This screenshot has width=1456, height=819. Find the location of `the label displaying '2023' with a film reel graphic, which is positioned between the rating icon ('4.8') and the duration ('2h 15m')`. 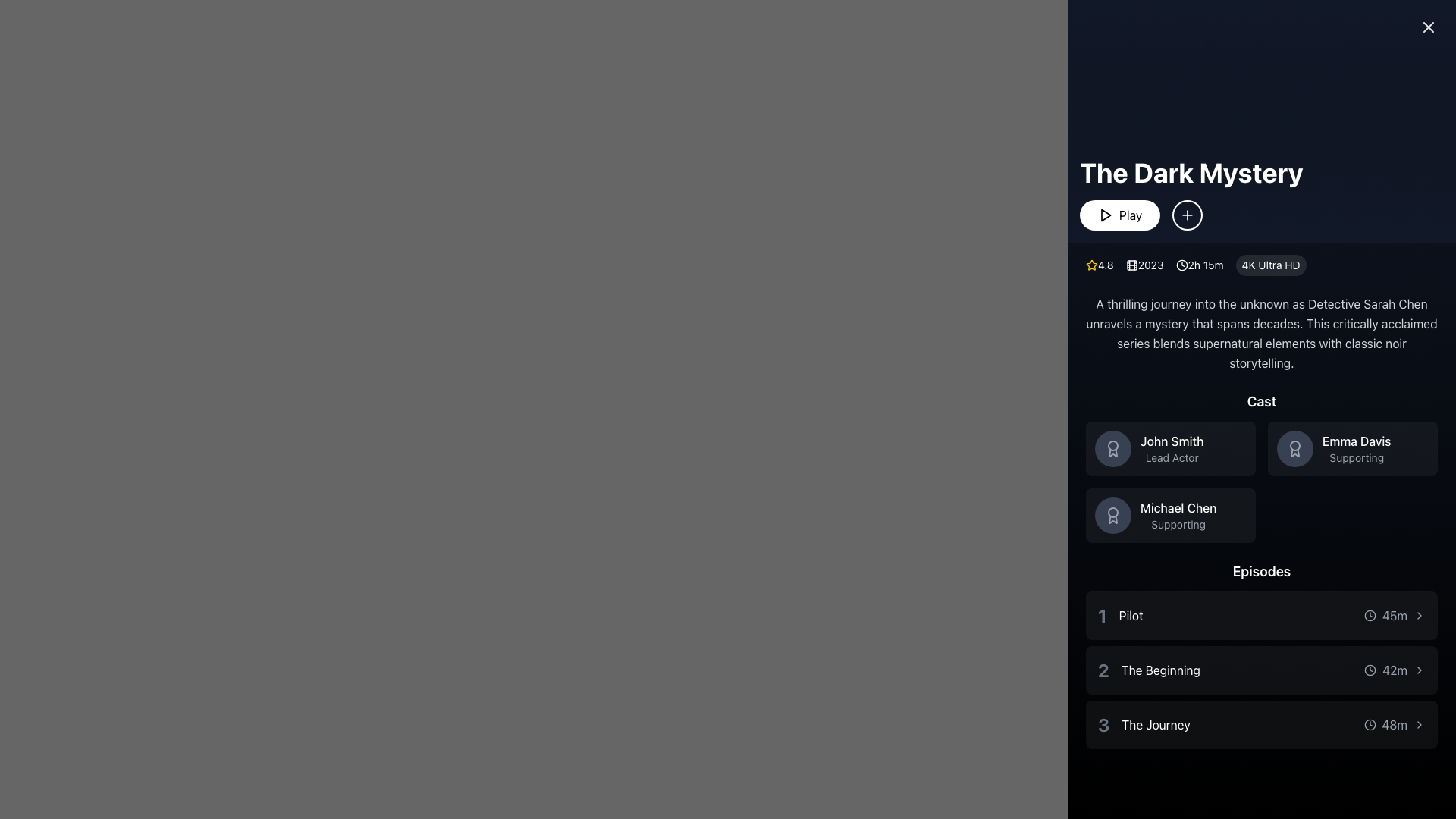

the label displaying '2023' with a film reel graphic, which is positioned between the rating icon ('4.8') and the duration ('2h 15m') is located at coordinates (1144, 265).